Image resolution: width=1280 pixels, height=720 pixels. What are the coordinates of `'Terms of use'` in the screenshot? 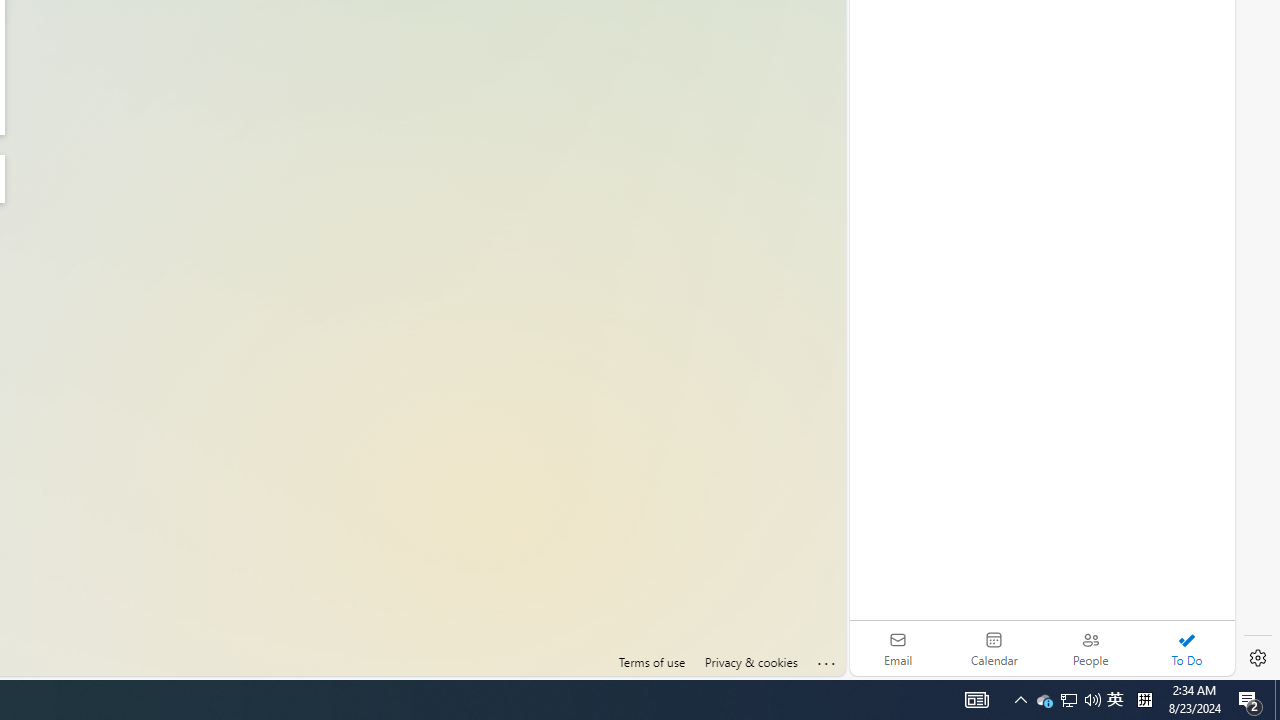 It's located at (652, 662).